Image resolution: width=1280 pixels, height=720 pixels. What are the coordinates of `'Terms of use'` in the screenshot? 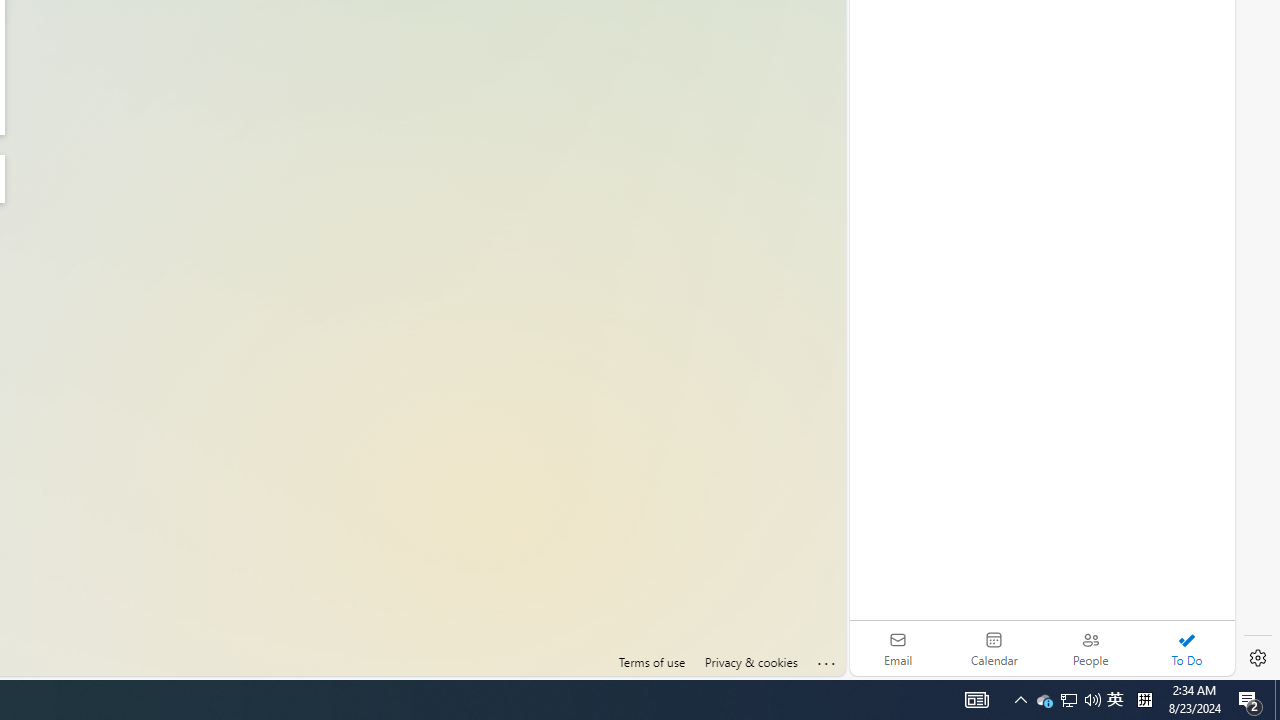 It's located at (652, 662).